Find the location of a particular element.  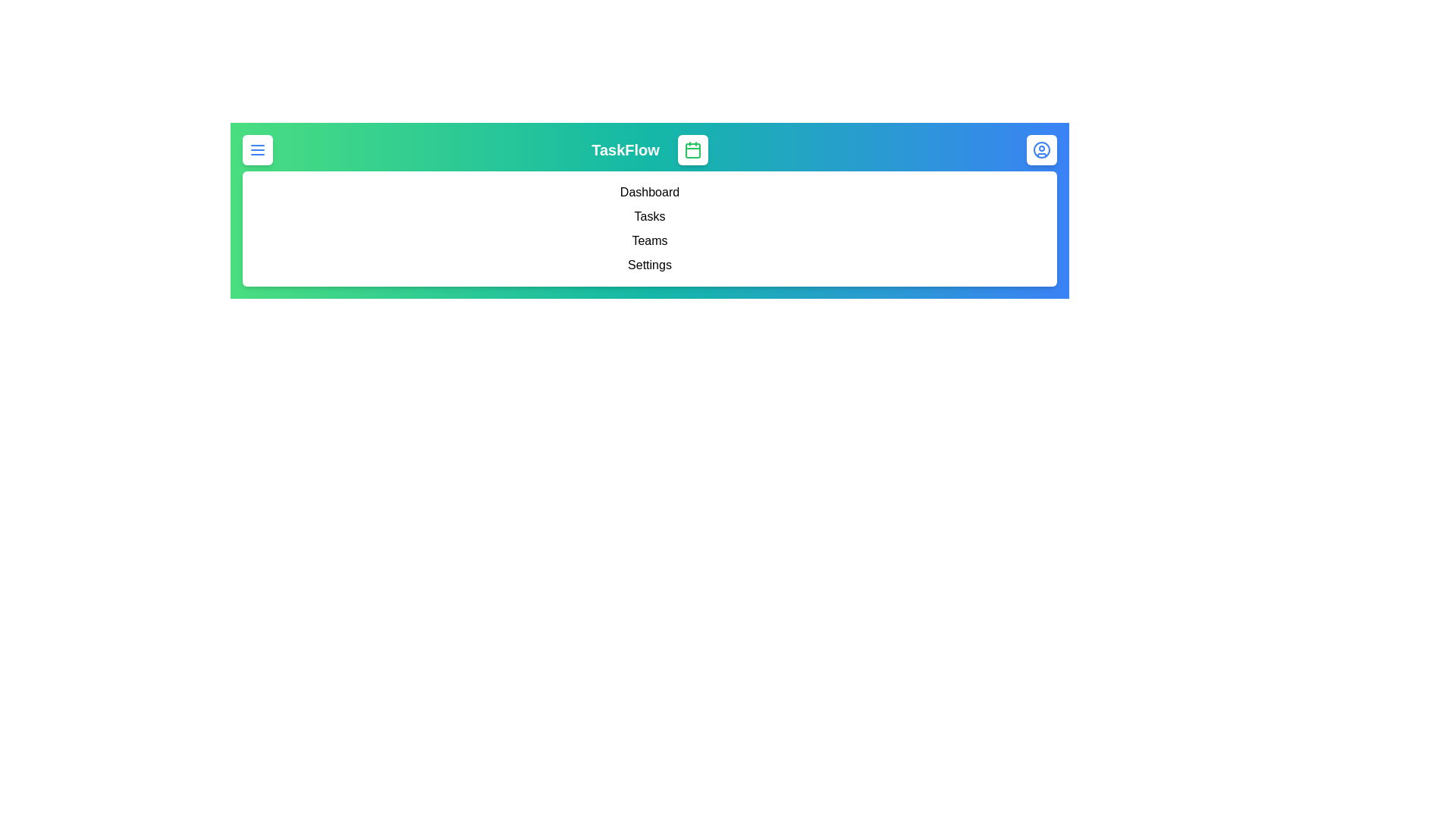

the menu item Teams to navigate to the respective section is located at coordinates (650, 240).